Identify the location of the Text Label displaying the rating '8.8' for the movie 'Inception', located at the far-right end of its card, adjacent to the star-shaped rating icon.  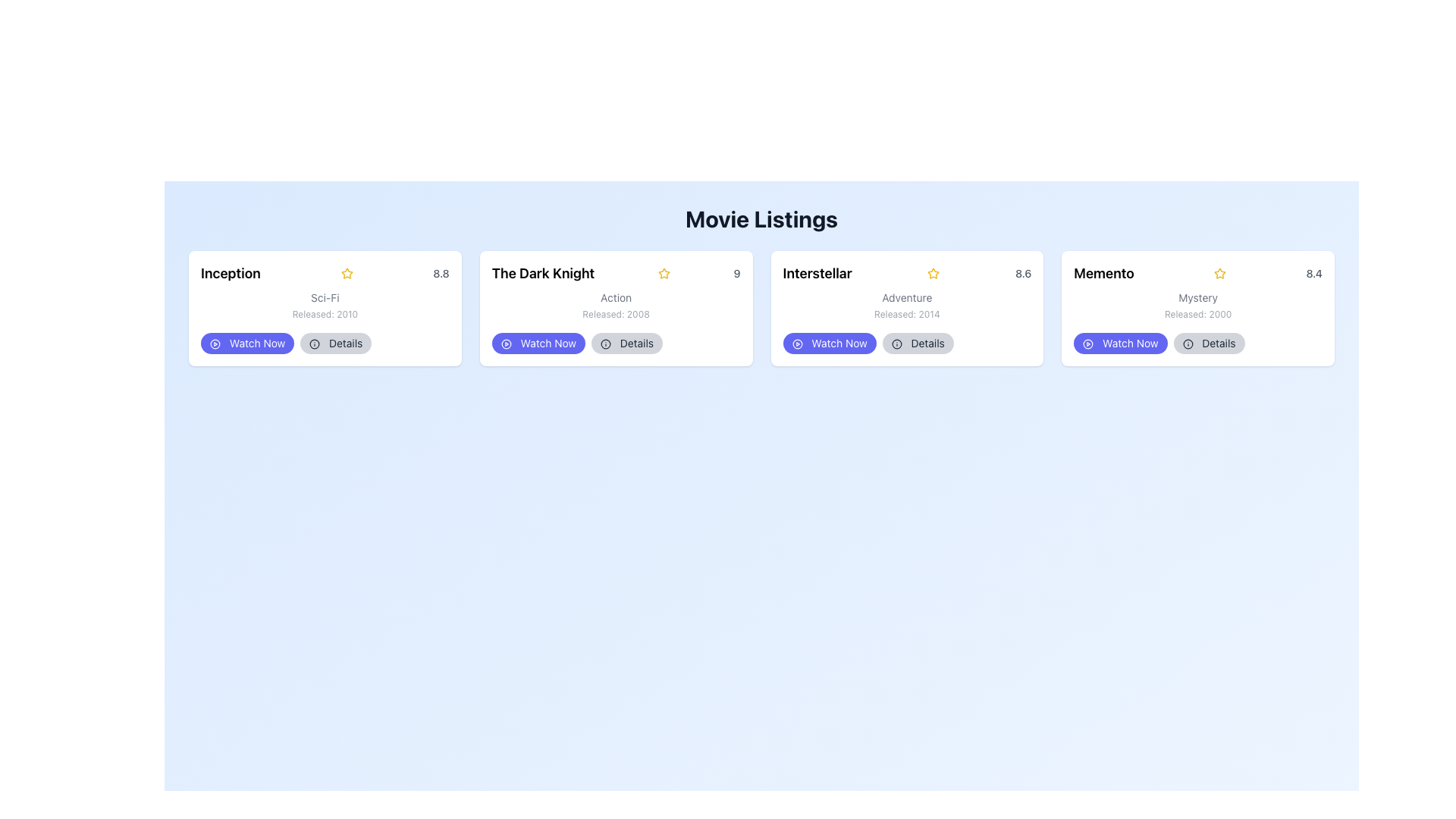
(441, 274).